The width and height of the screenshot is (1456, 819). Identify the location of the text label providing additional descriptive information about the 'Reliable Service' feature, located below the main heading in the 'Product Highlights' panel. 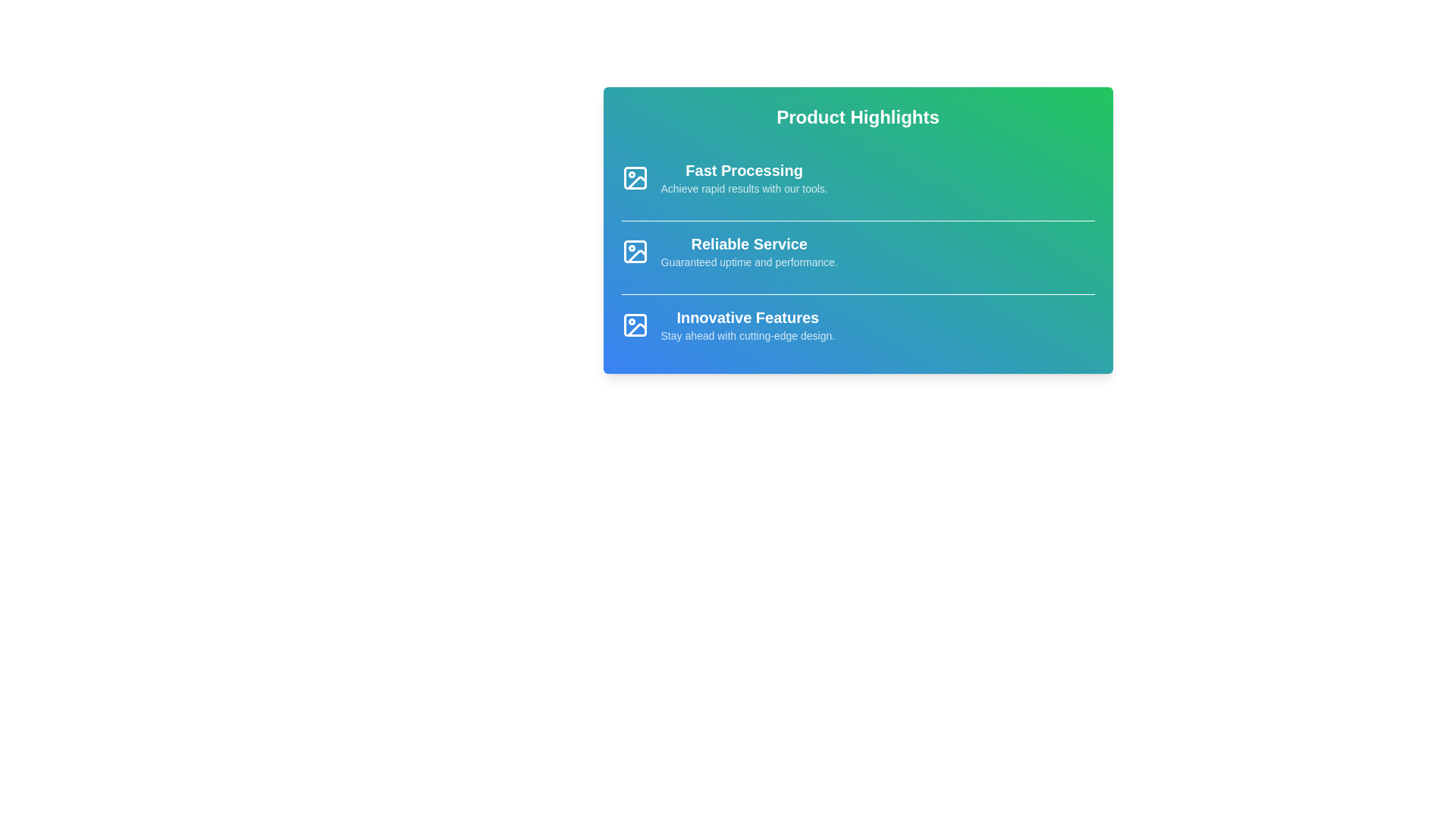
(749, 262).